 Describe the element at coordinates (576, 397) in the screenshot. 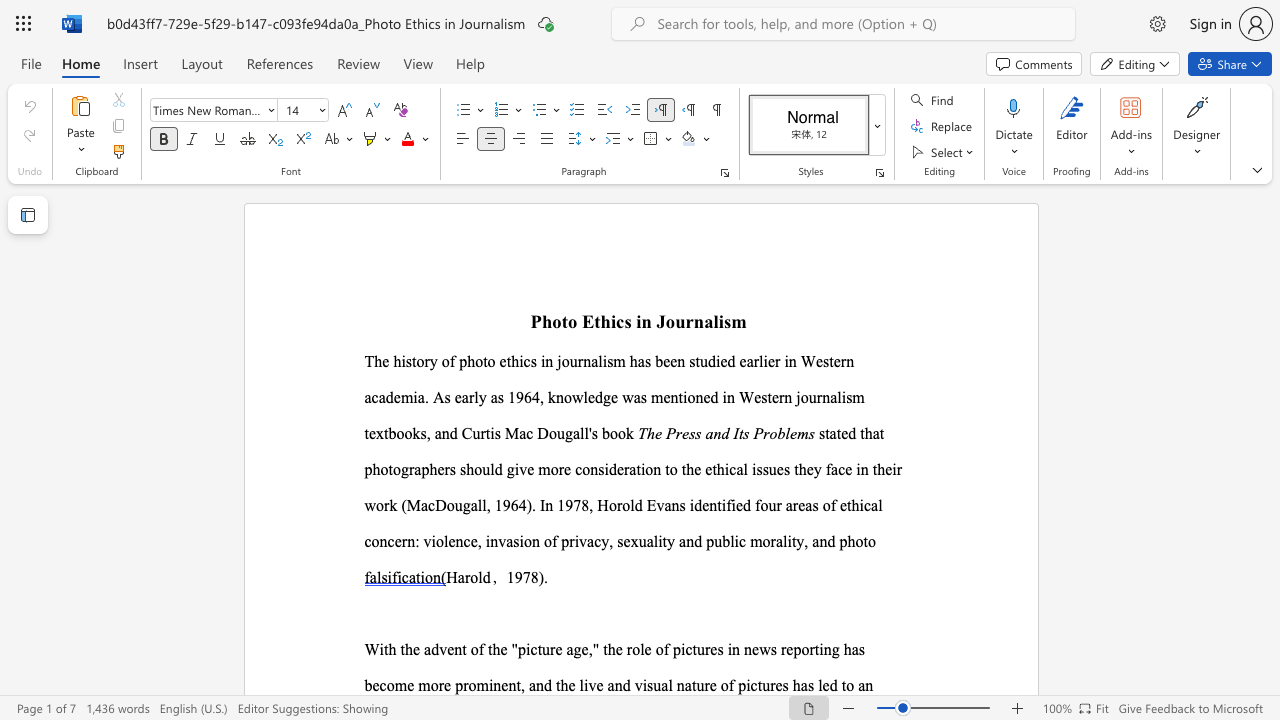

I see `the 1th character "w" in the text` at that location.